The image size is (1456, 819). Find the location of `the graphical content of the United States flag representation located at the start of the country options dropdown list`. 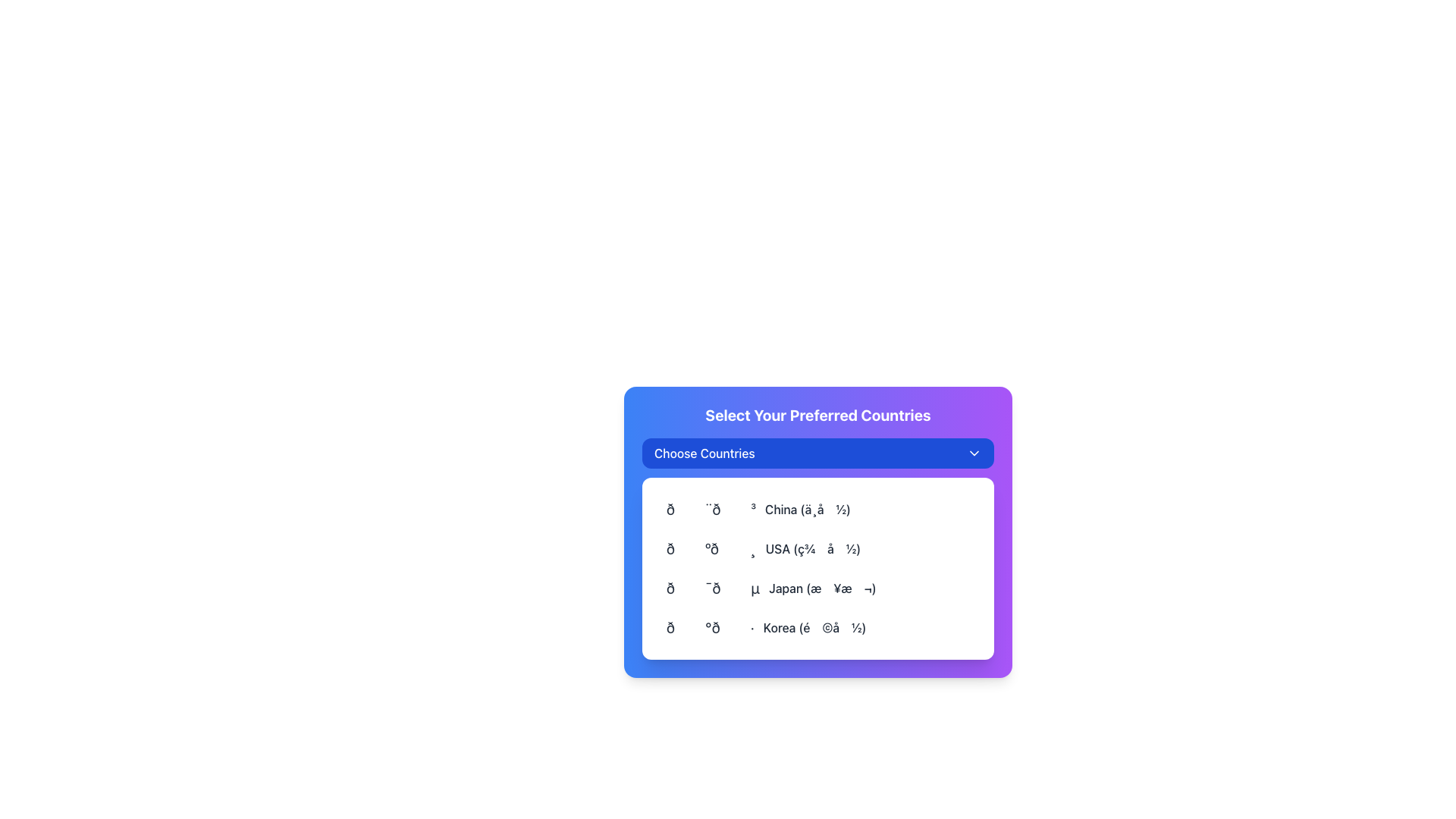

the graphical content of the United States flag representation located at the start of the country options dropdown list is located at coordinates (711, 549).